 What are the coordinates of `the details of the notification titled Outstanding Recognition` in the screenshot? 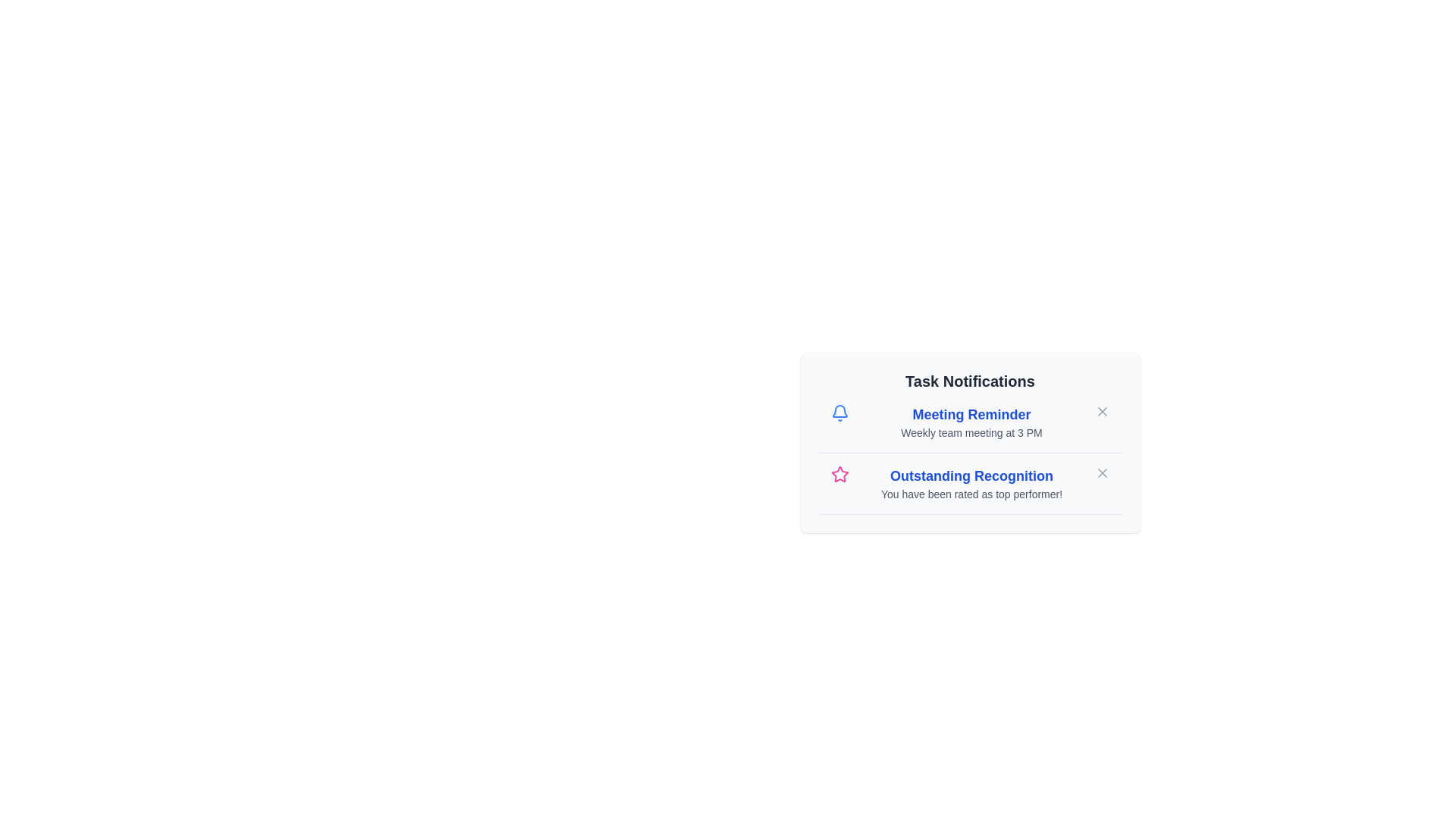 It's located at (971, 475).